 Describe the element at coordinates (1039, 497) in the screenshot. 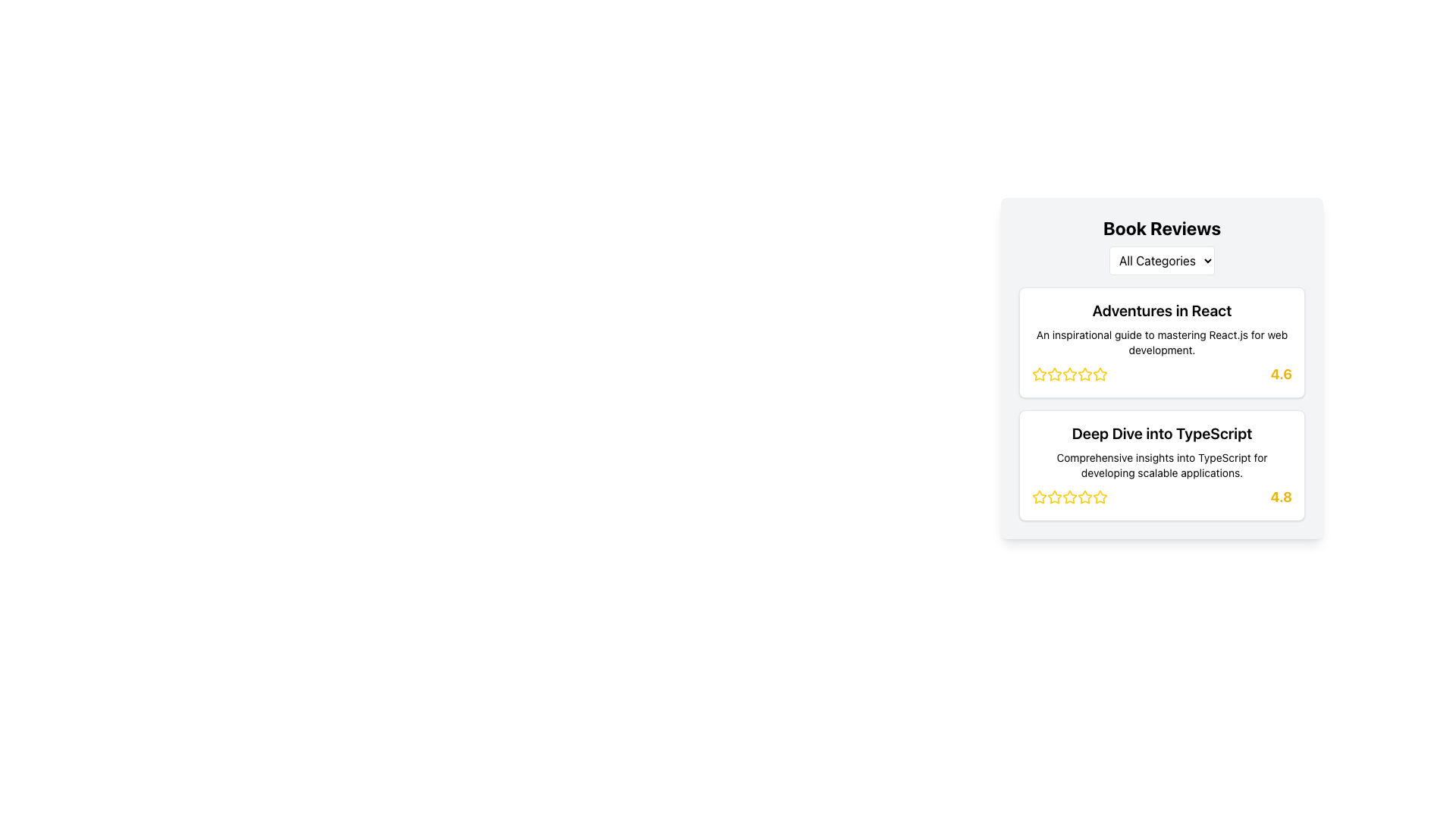

I see `the first star icon in the rating section of the second book review card located below the title 'Deep Dive into TypeScript'` at that location.